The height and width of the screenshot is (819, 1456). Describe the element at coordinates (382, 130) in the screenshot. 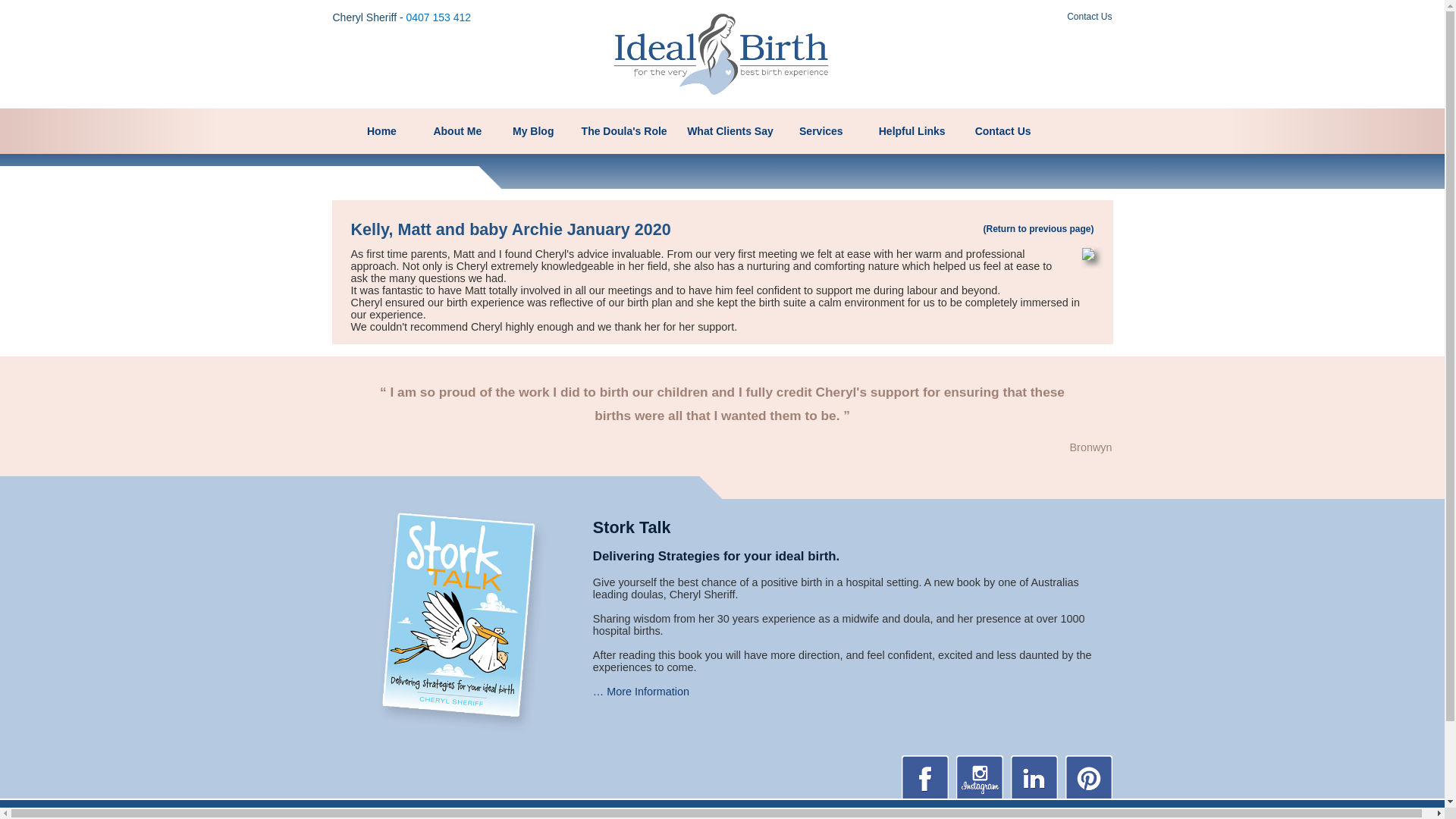

I see `'Home'` at that location.